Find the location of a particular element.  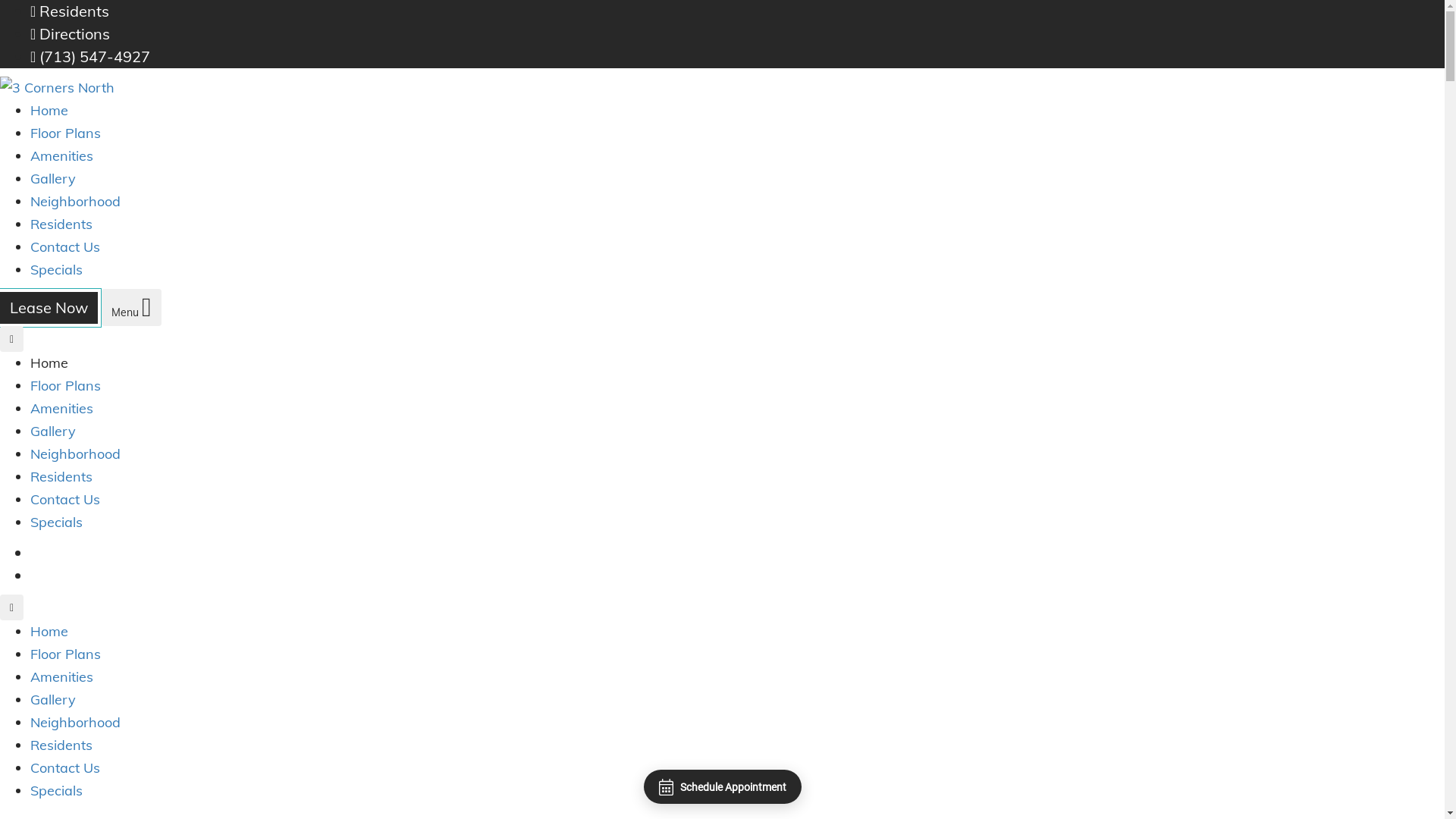

'Specials' is located at coordinates (56, 789).